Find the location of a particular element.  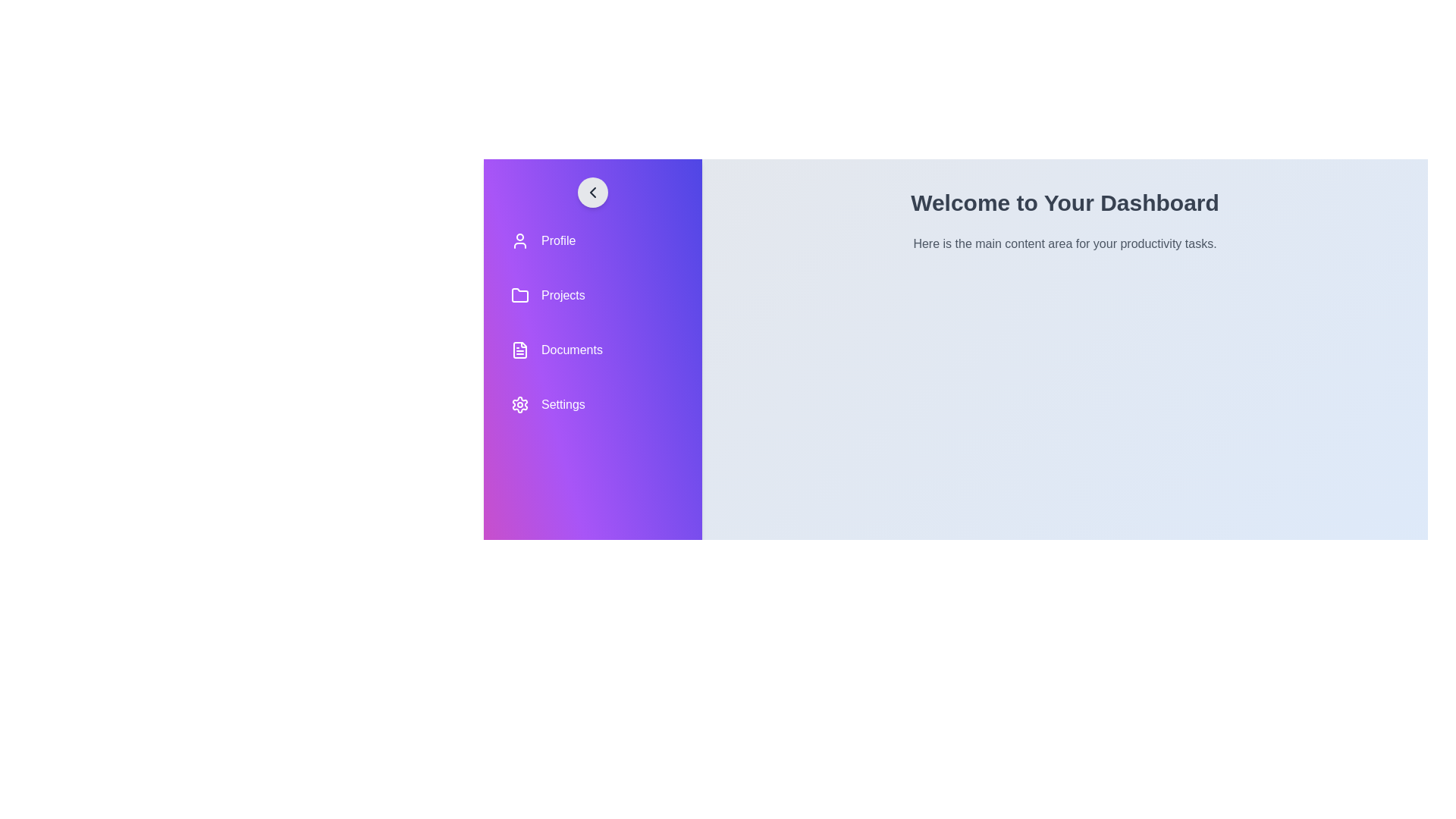

the navigation item labeled Settings is located at coordinates (592, 403).